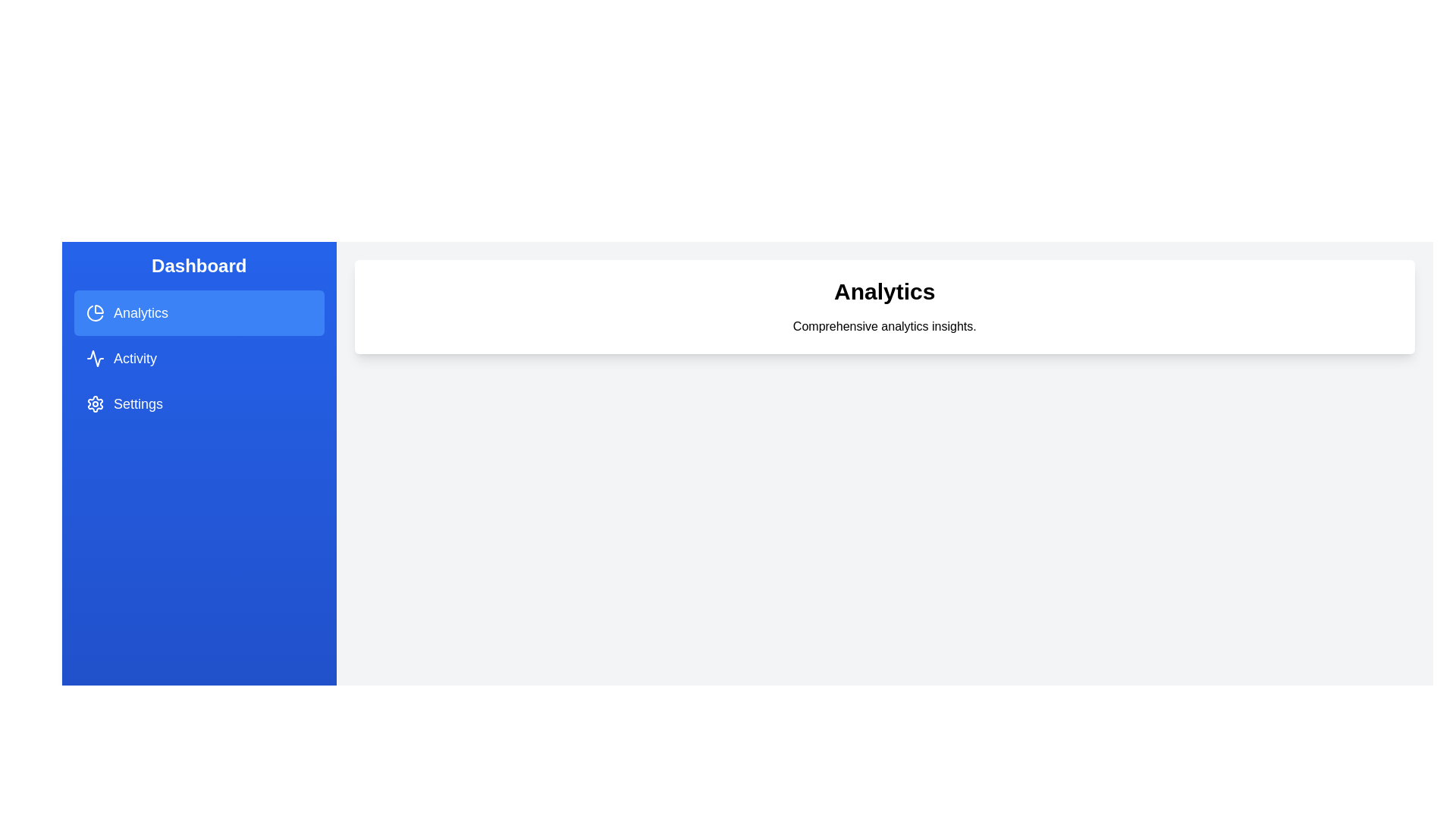 This screenshot has height=819, width=1456. Describe the element at coordinates (94, 312) in the screenshot. I see `the pie chart icon located in the first item of the vertical navigation bar on the left-hand side of the interface` at that location.